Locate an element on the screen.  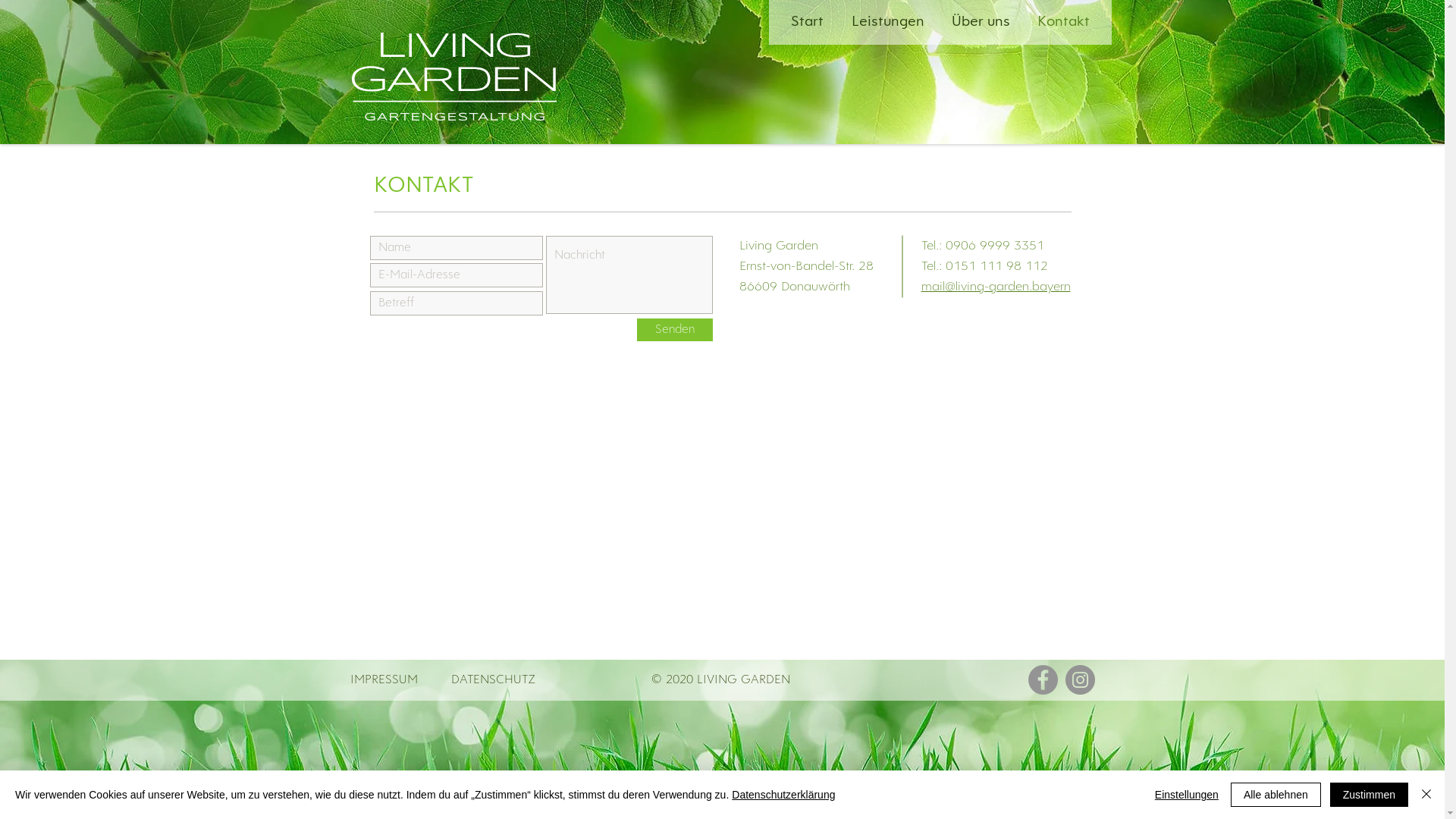
'Zustimmen' is located at coordinates (1369, 794).